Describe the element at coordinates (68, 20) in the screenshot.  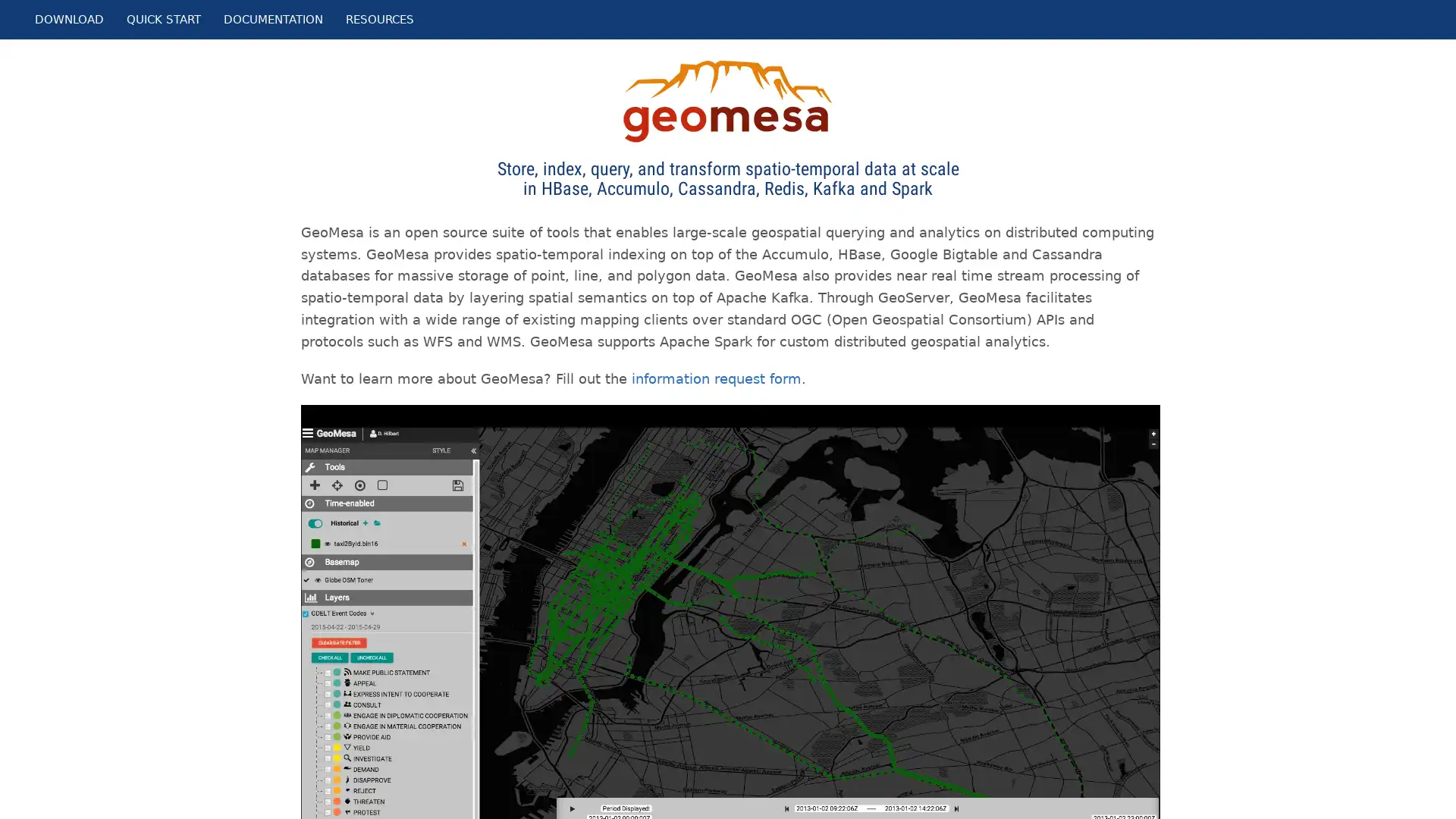
I see `DOWNLOAD` at that location.